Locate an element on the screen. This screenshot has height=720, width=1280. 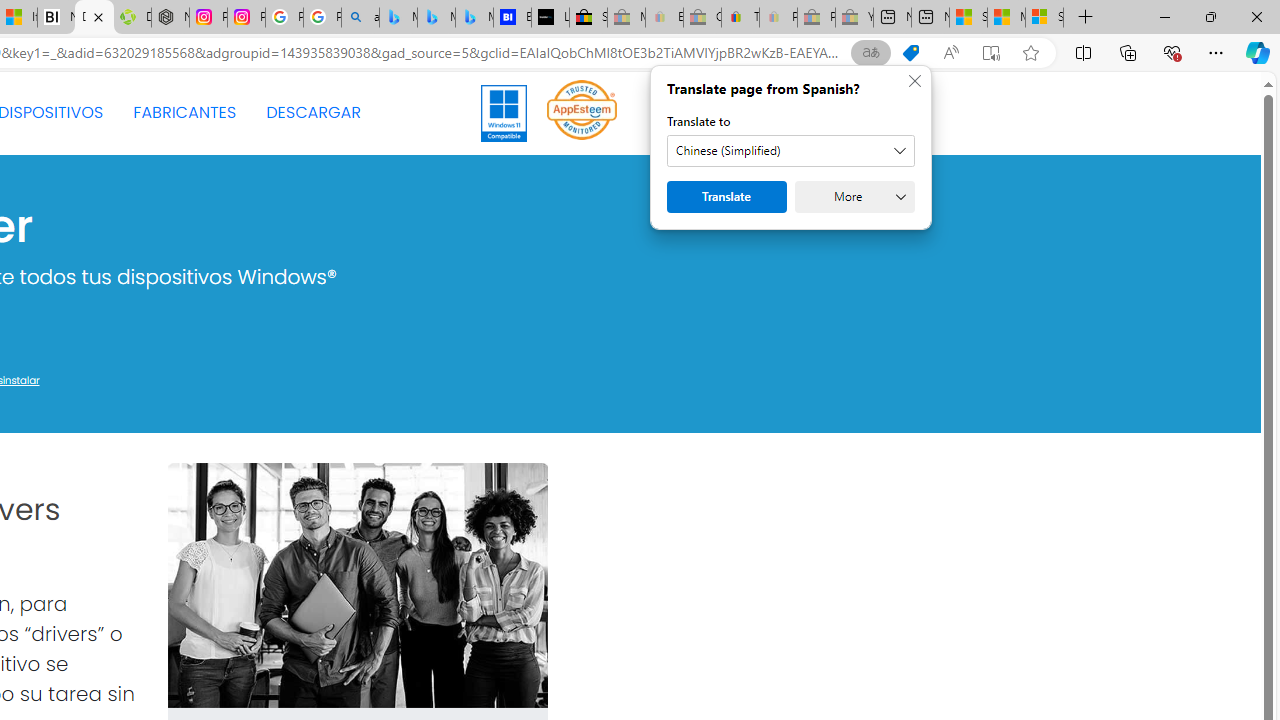
'Threats and offensive language policy | eBay' is located at coordinates (739, 17).